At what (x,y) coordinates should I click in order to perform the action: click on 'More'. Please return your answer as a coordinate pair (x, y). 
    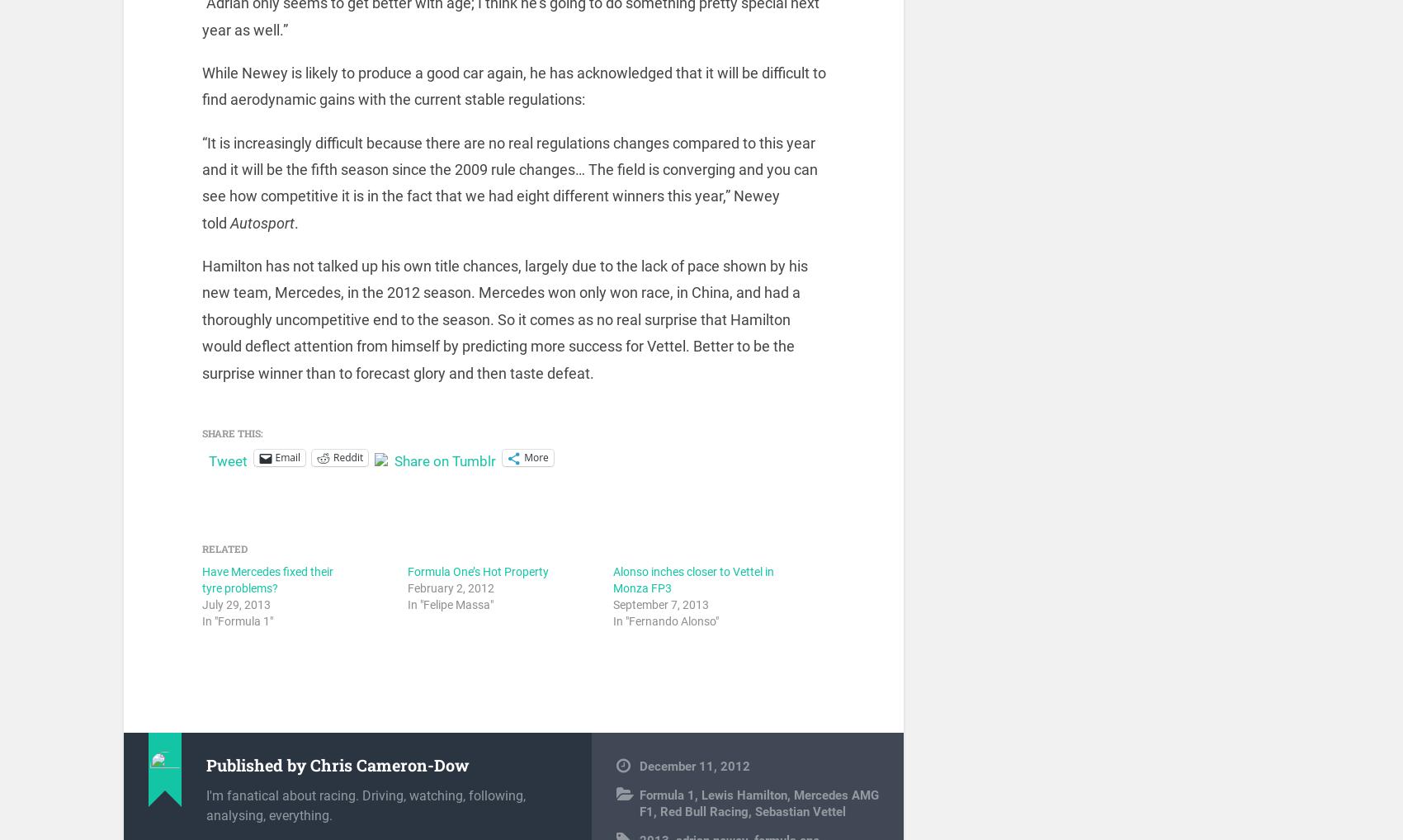
    Looking at the image, I should click on (536, 467).